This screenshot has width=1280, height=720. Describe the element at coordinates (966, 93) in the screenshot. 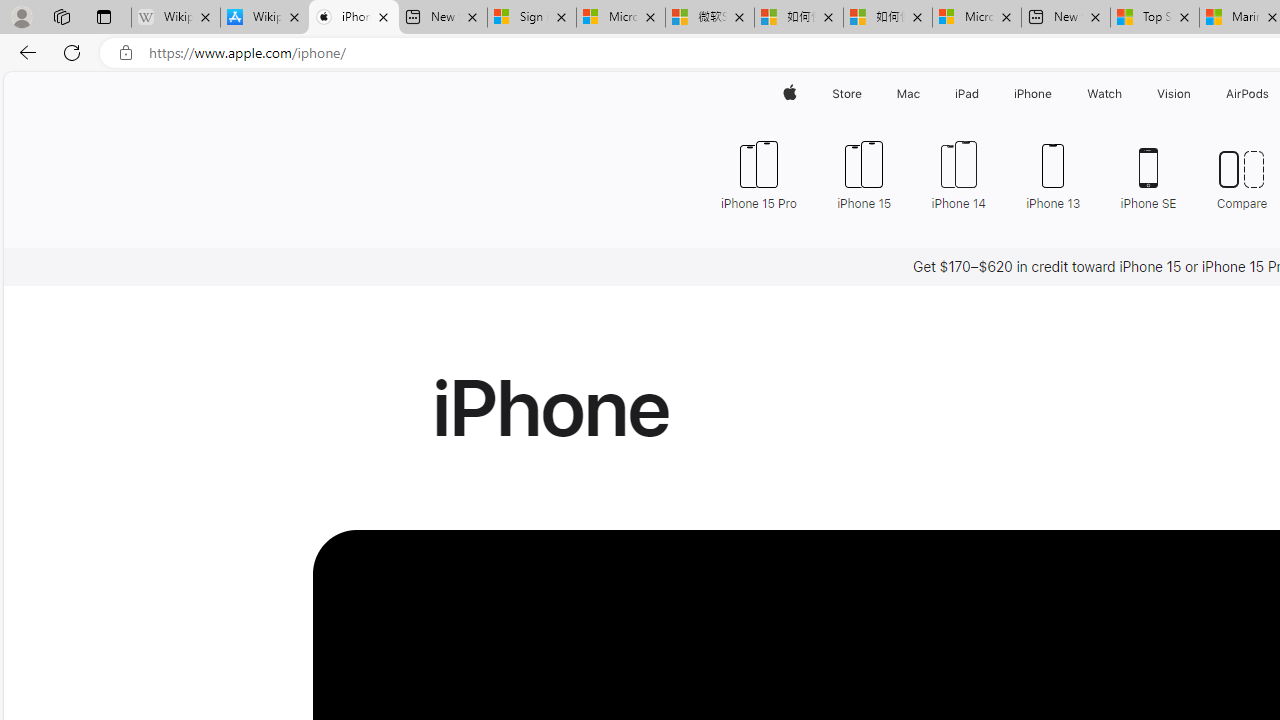

I see `'iPad'` at that location.